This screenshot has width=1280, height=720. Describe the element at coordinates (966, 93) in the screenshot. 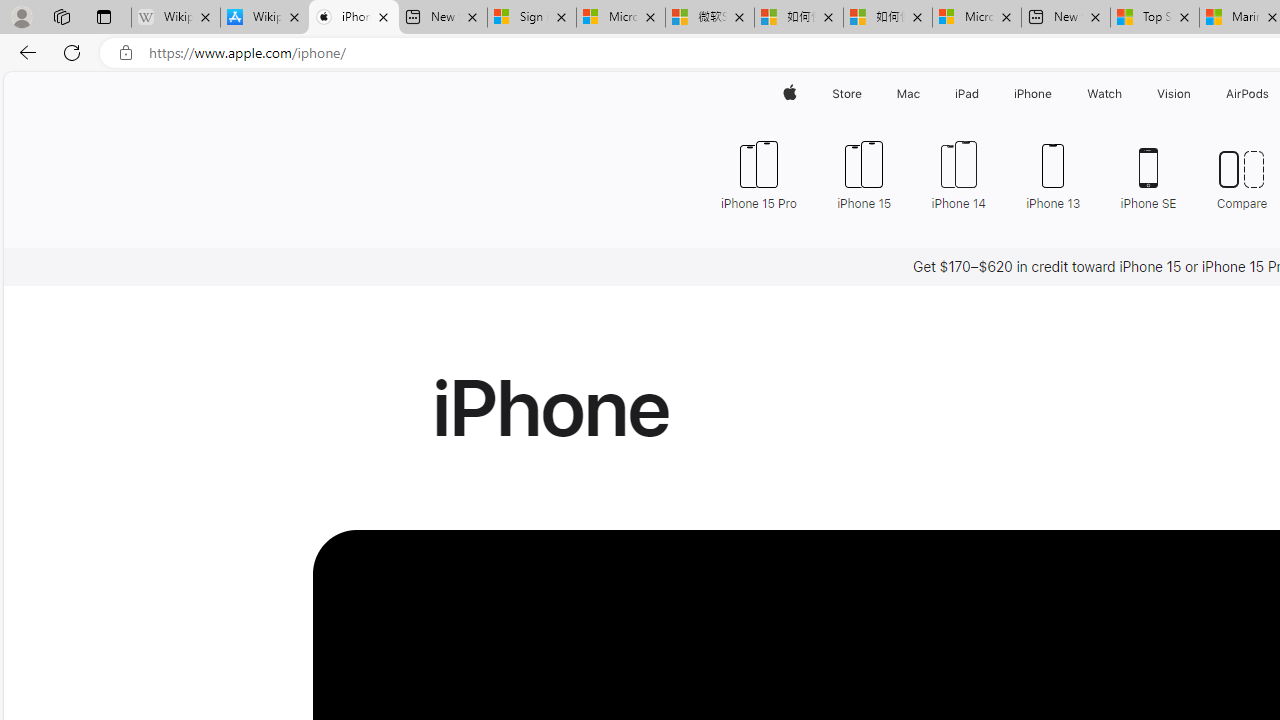

I see `'iPad'` at that location.